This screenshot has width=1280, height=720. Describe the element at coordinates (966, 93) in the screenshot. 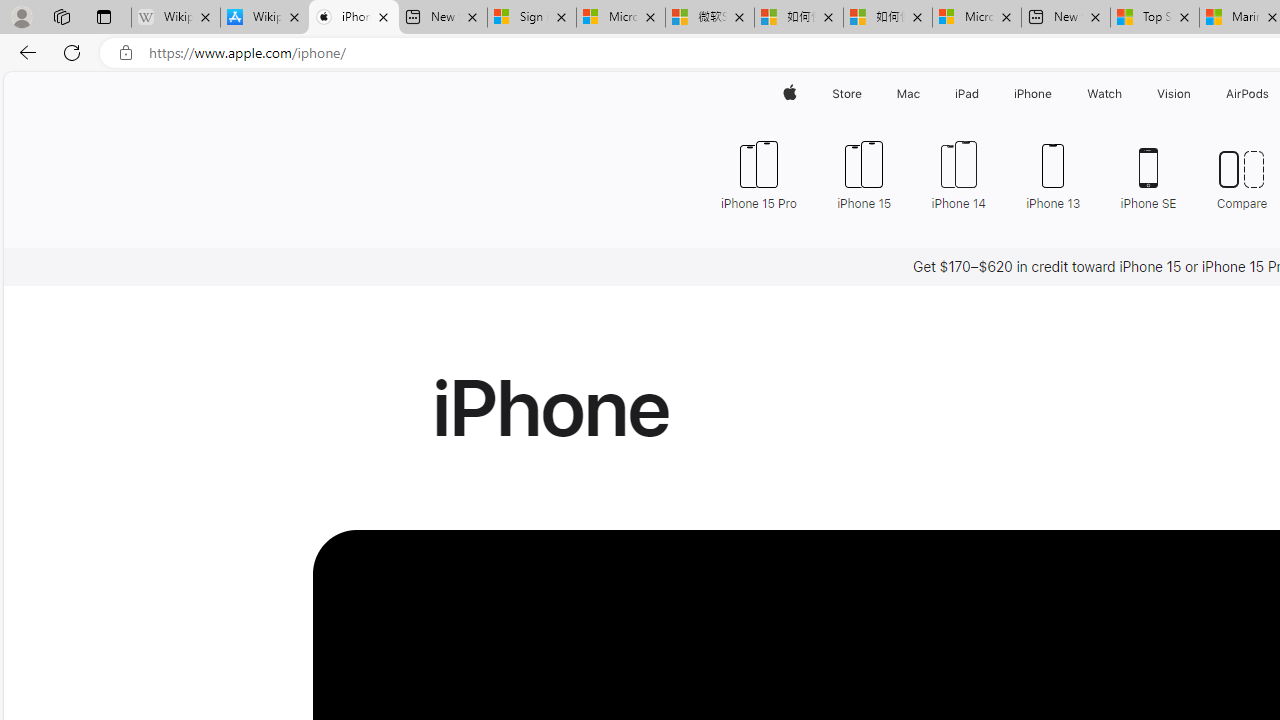

I see `'iPad'` at that location.